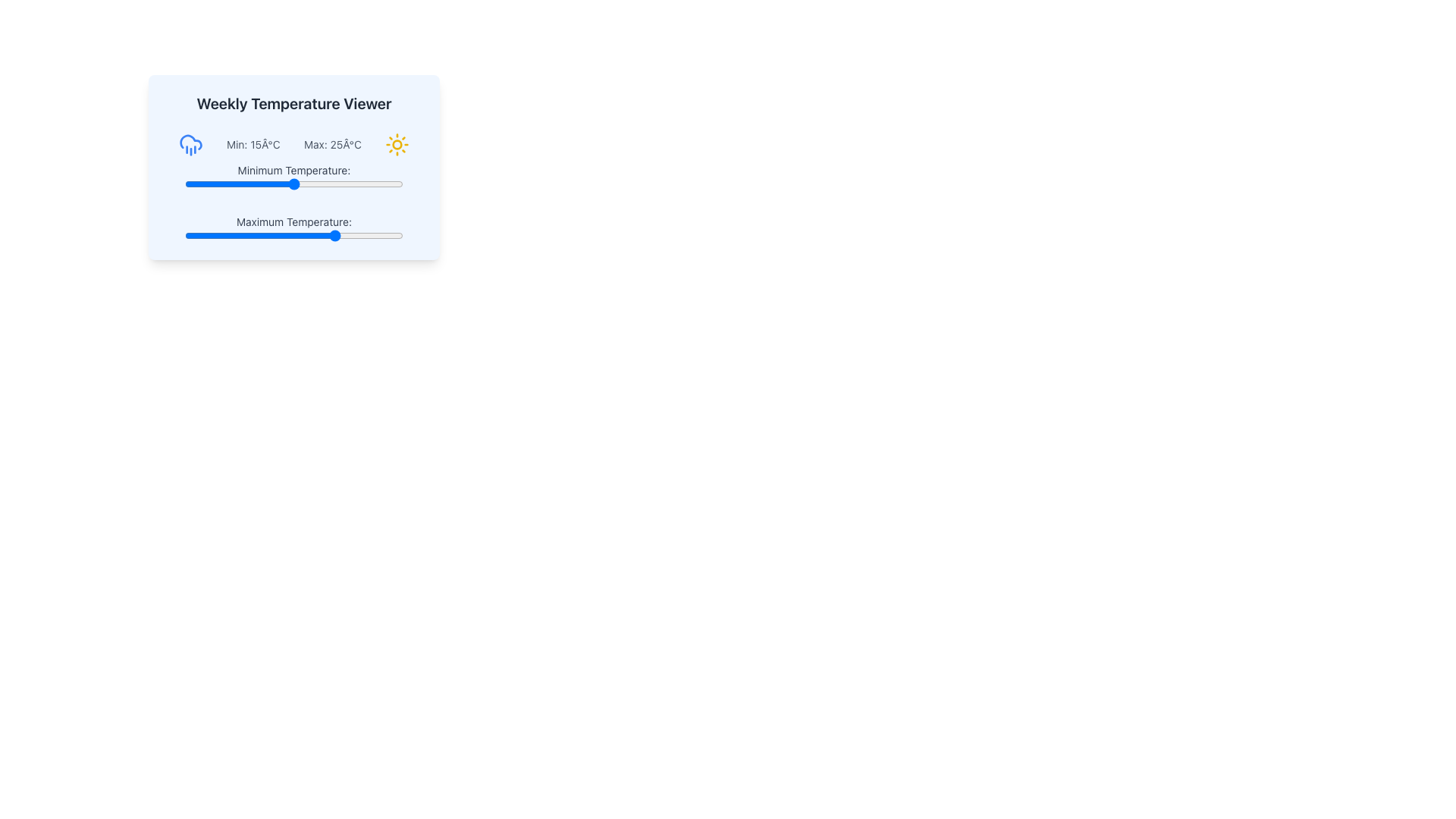 The height and width of the screenshot is (819, 1456). What do you see at coordinates (294, 201) in the screenshot?
I see `the vertical range sliders labeled 'Minimum Temperature:' and 'Maximum Temperature:' in the 'Weekly Temperature Viewer' card` at bounding box center [294, 201].